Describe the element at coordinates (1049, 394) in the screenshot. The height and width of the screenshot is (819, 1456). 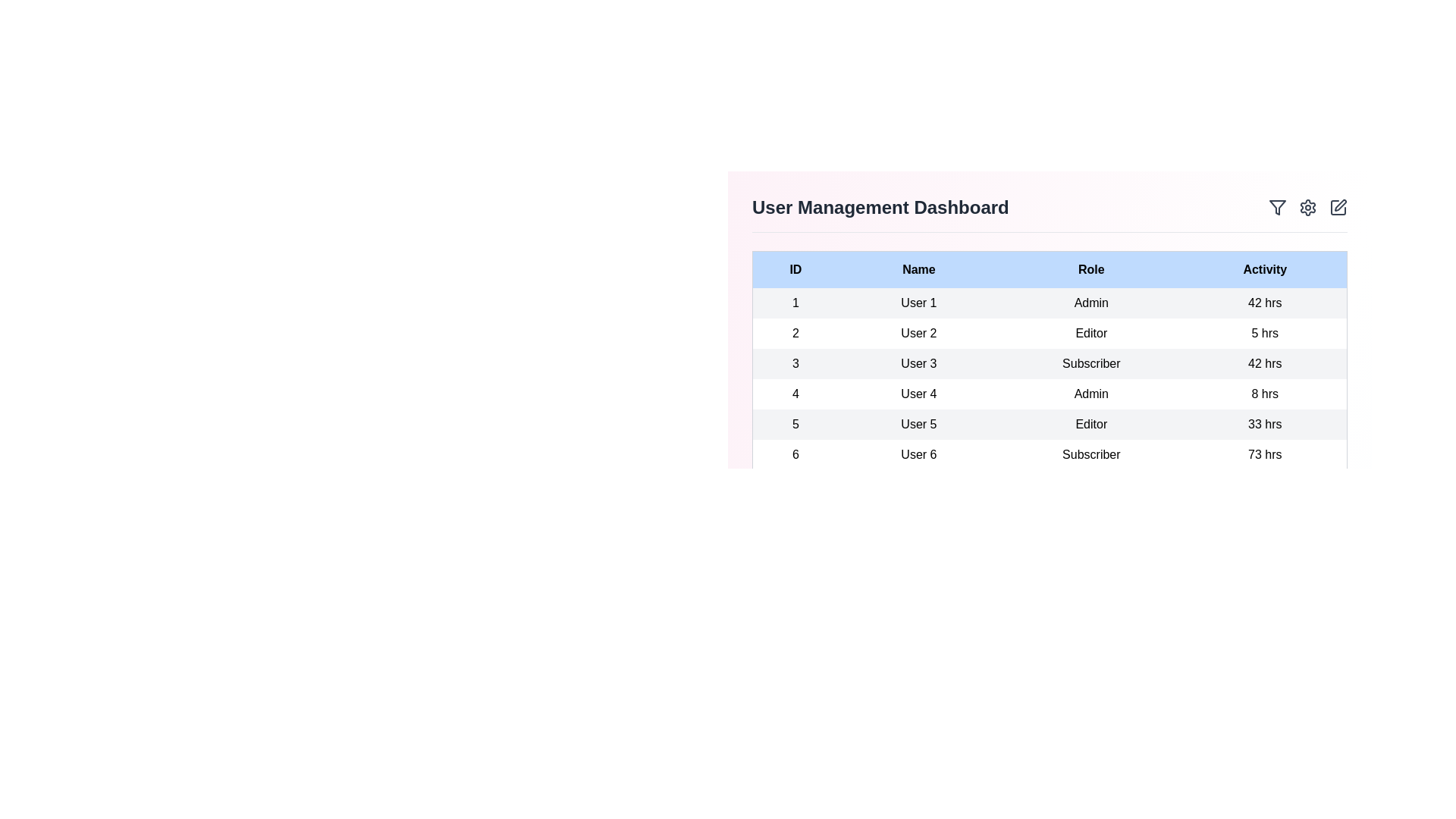
I see `the row corresponding to user ID 4` at that location.